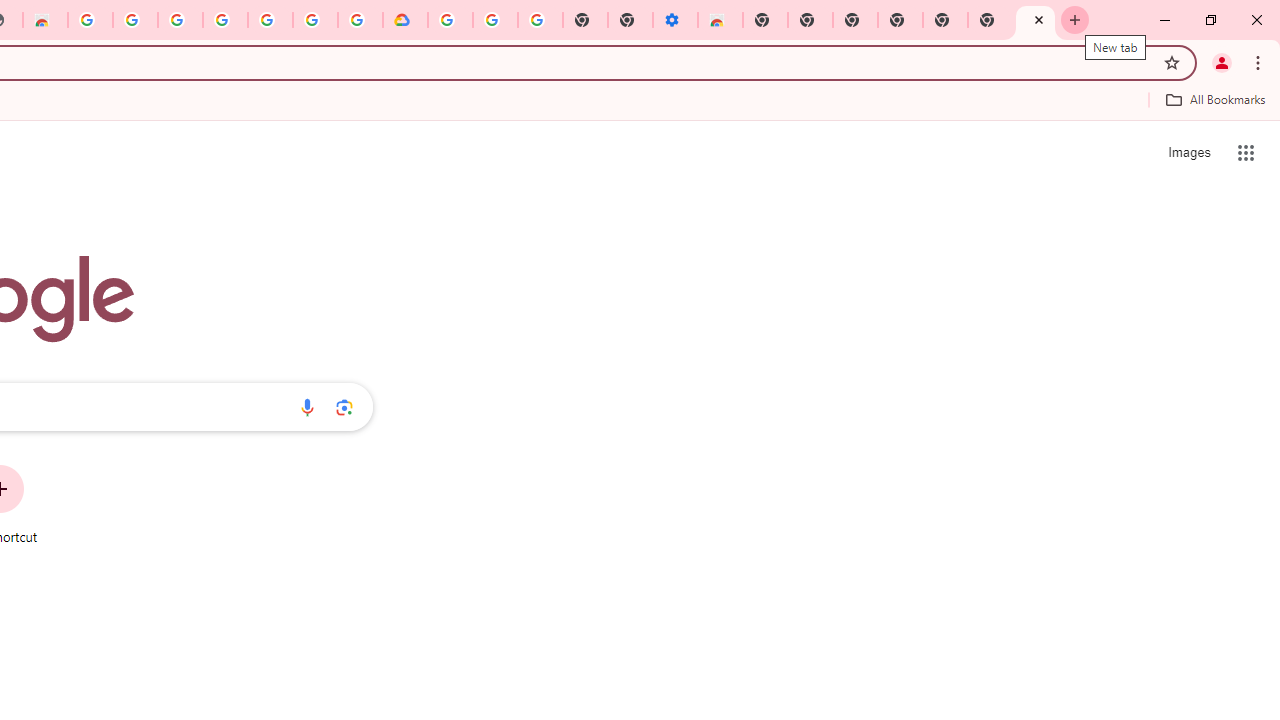 The image size is (1280, 720). What do you see at coordinates (495, 20) in the screenshot?
I see `'Google Account Help'` at bounding box center [495, 20].